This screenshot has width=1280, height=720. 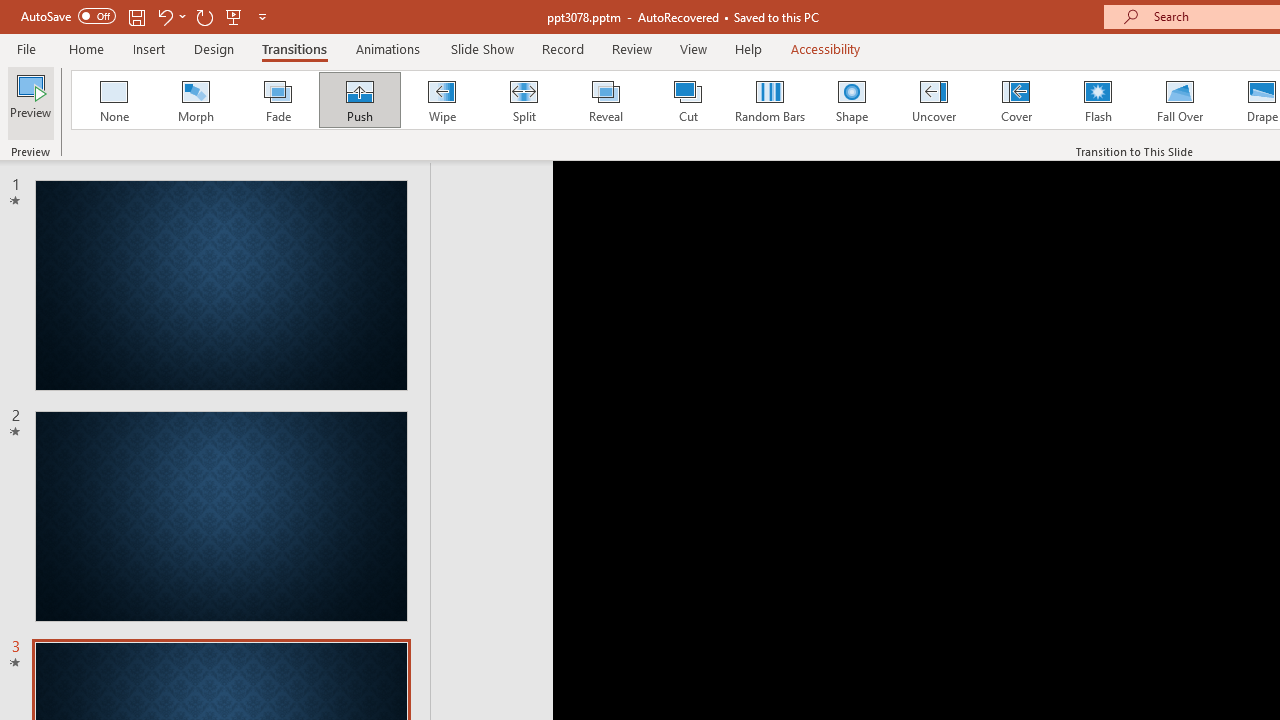 What do you see at coordinates (1180, 100) in the screenshot?
I see `'Fall Over'` at bounding box center [1180, 100].